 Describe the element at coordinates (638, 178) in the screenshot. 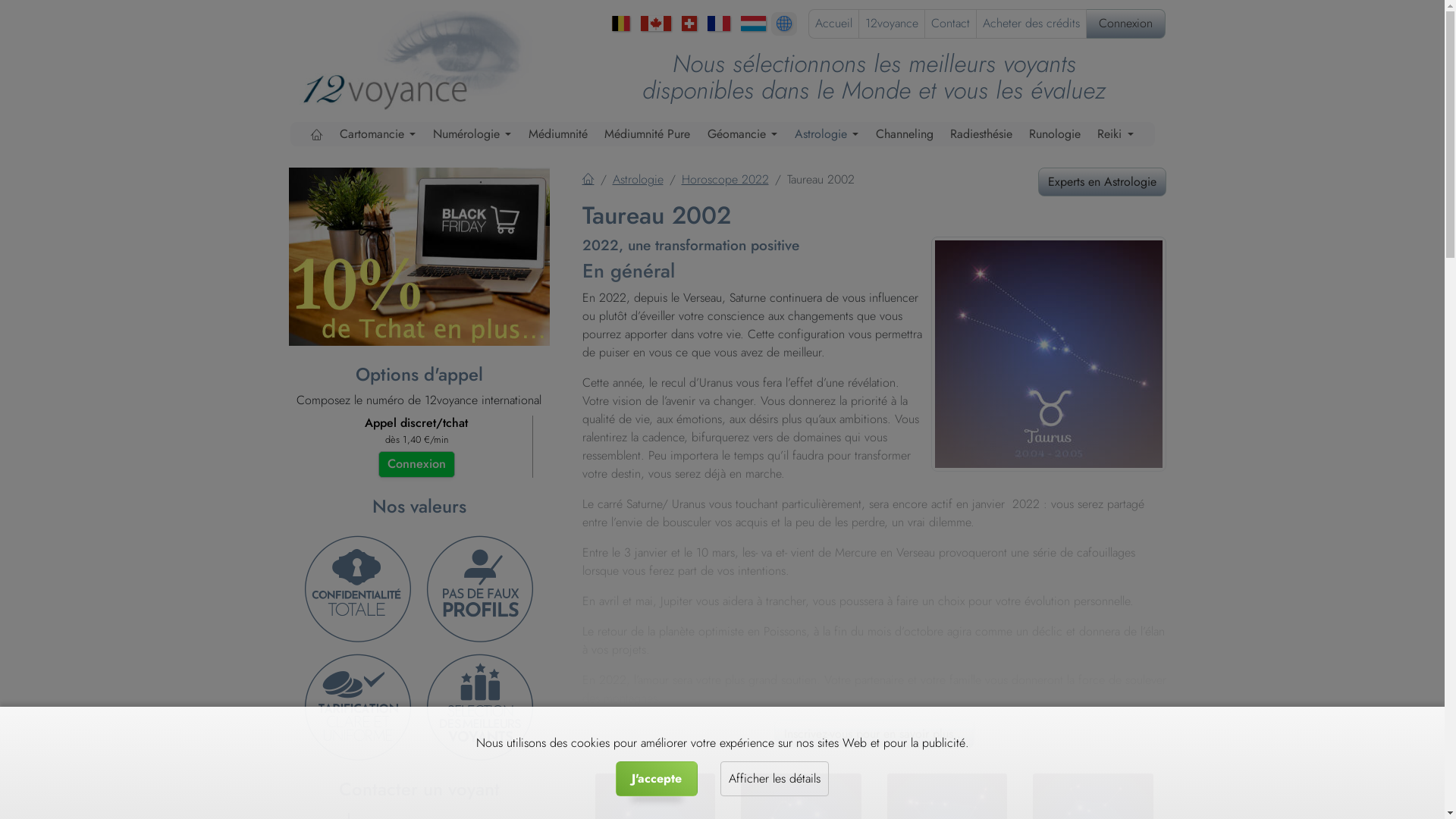

I see `'Astrologie'` at that location.